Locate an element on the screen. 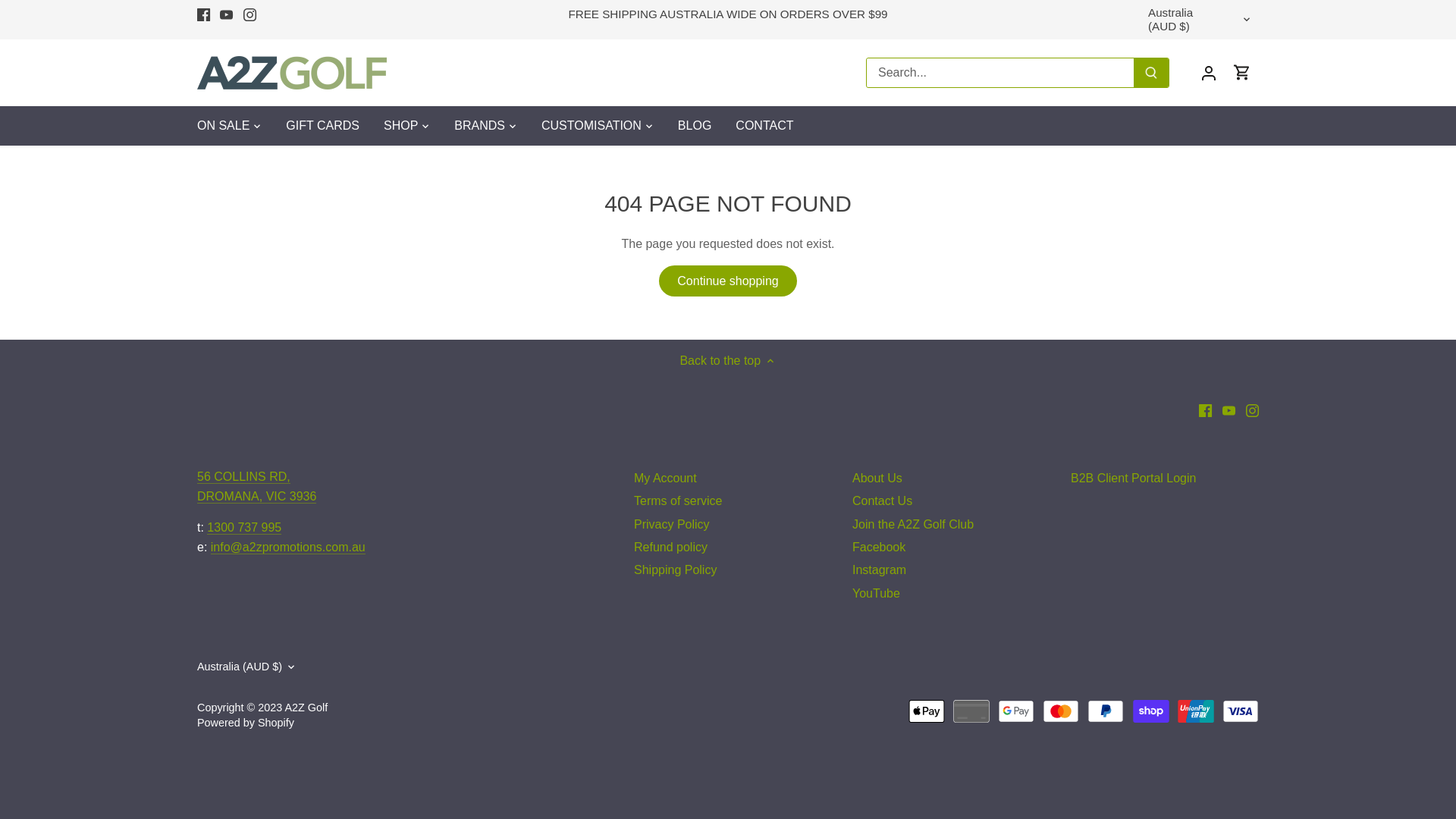  'Contact Us' is located at coordinates (882, 500).